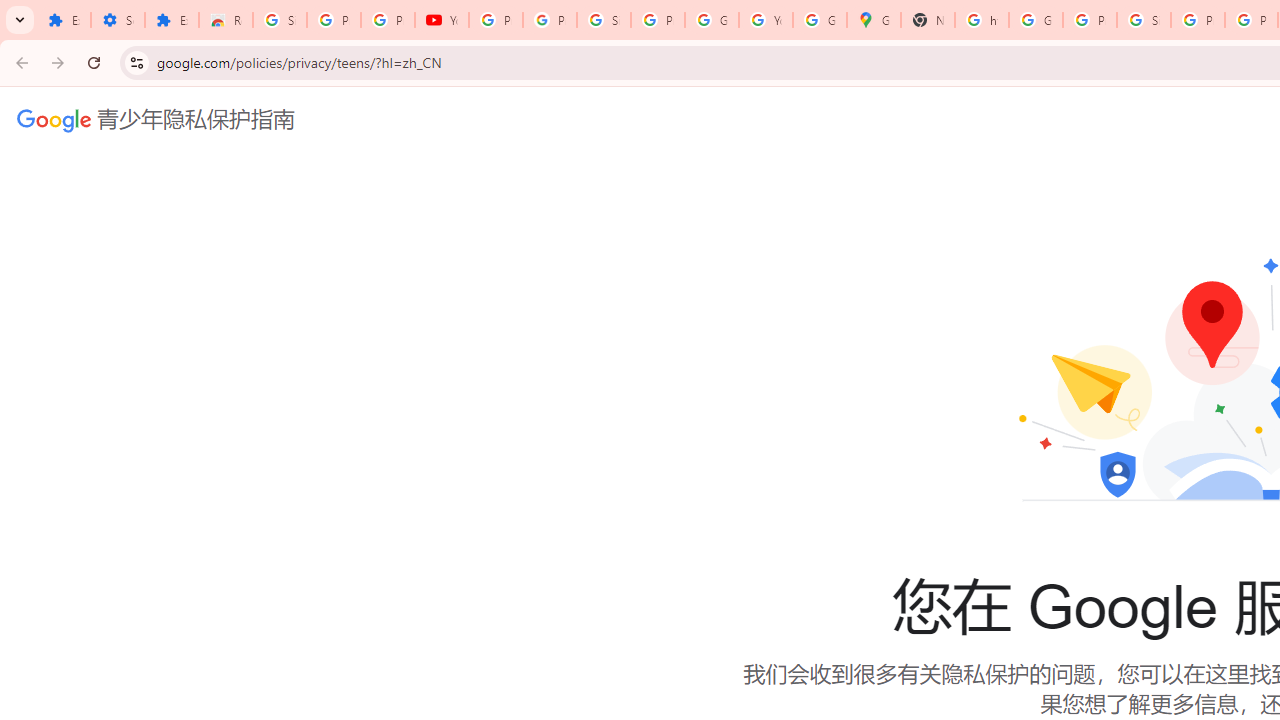  What do you see at coordinates (874, 20) in the screenshot?
I see `'Google Maps'` at bounding box center [874, 20].